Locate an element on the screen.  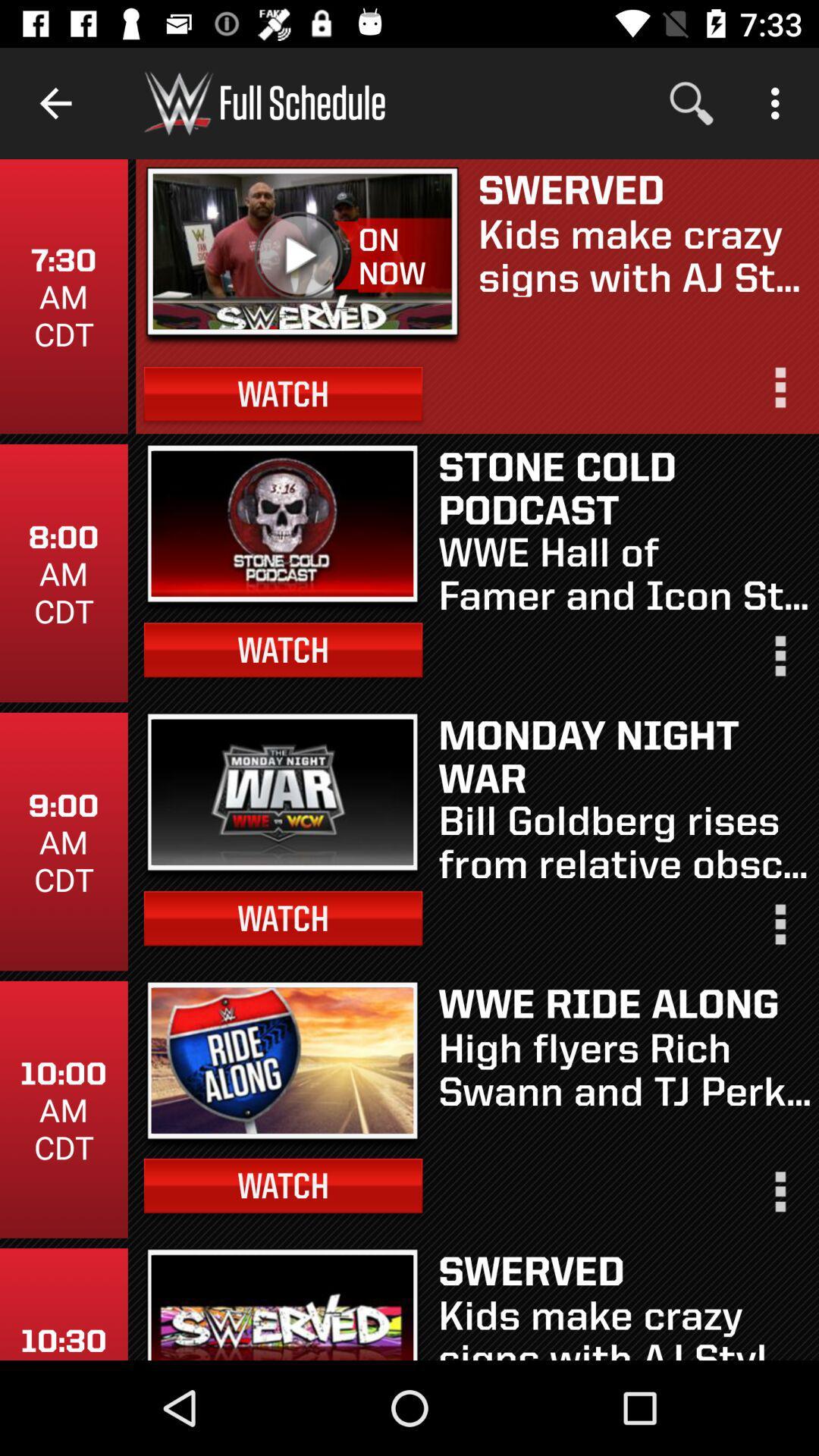
wwe ride along is located at coordinates (624, 1003).